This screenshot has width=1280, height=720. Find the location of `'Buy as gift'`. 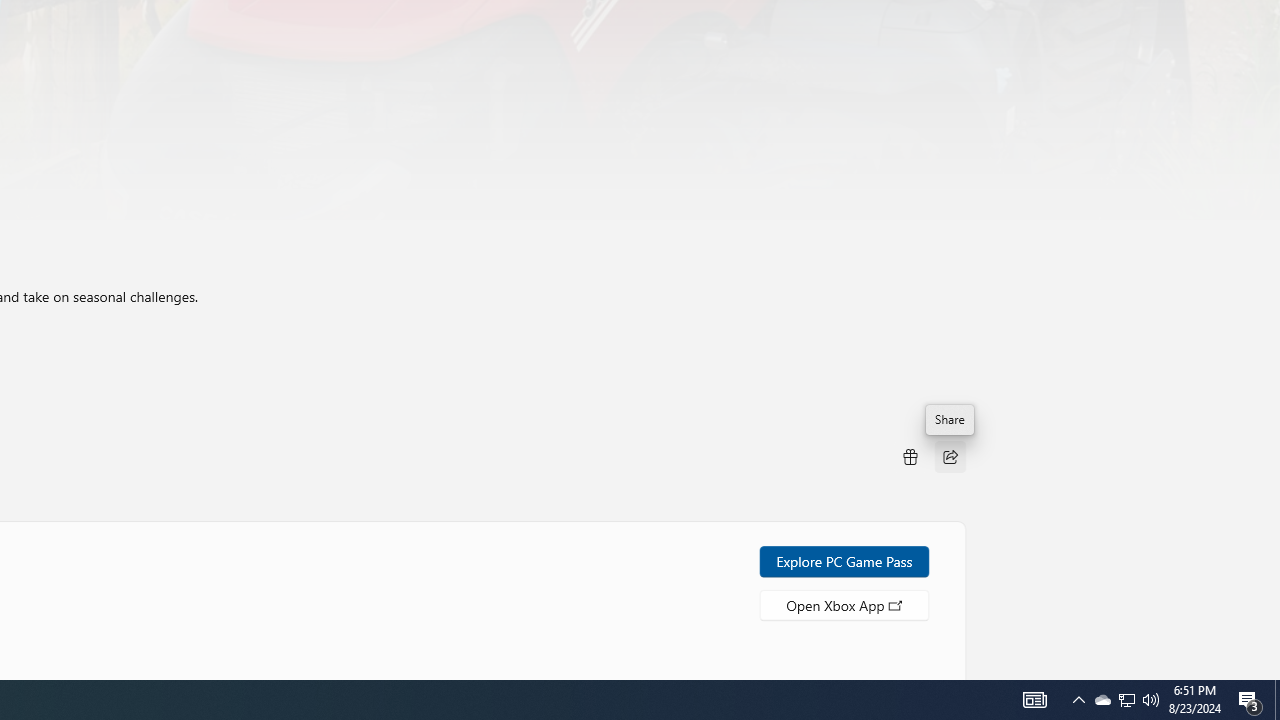

'Buy as gift' is located at coordinates (908, 456).